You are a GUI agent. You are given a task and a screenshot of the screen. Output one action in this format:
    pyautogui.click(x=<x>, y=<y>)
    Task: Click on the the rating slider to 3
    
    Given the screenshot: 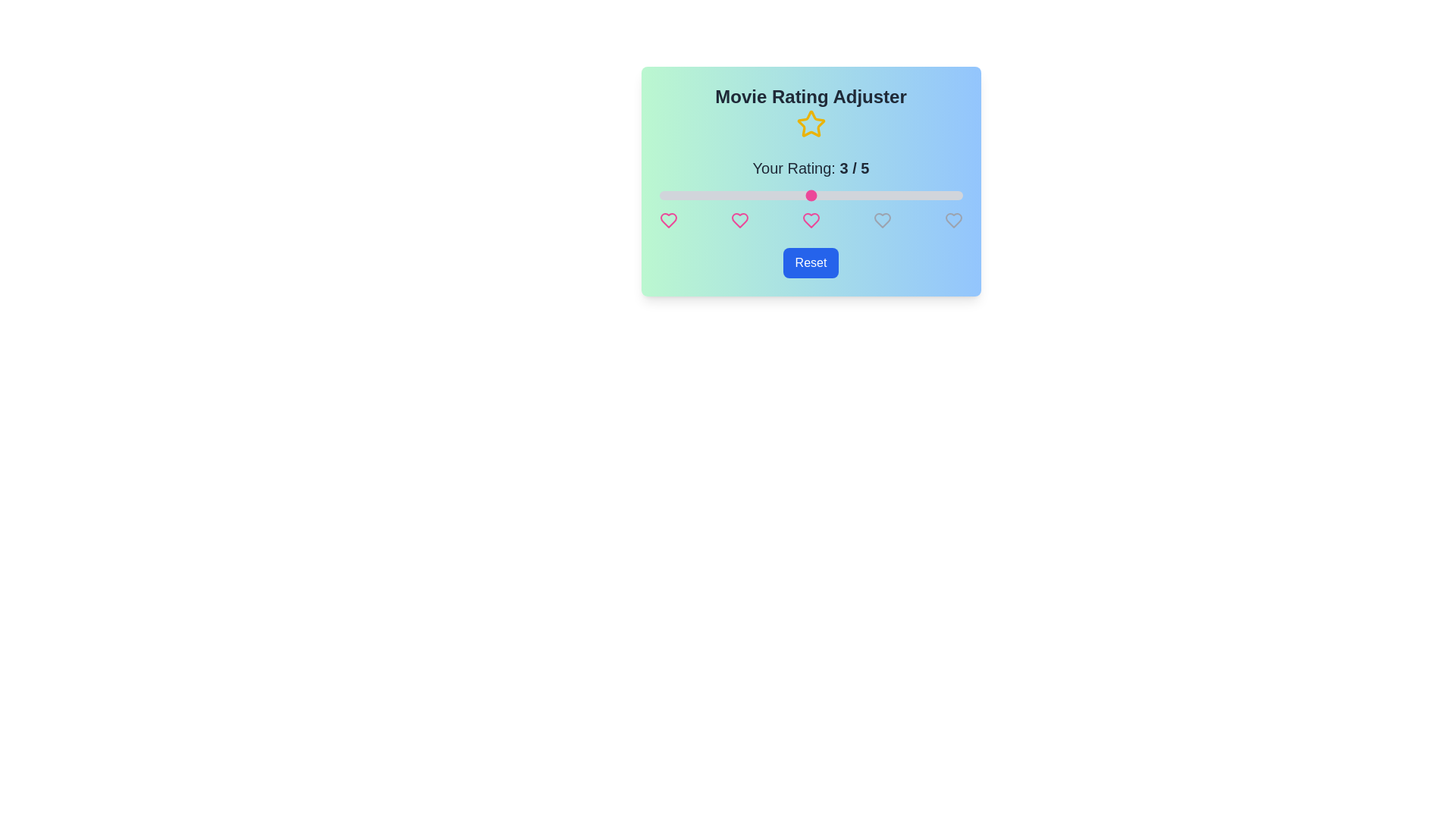 What is the action you would take?
    pyautogui.click(x=810, y=195)
    